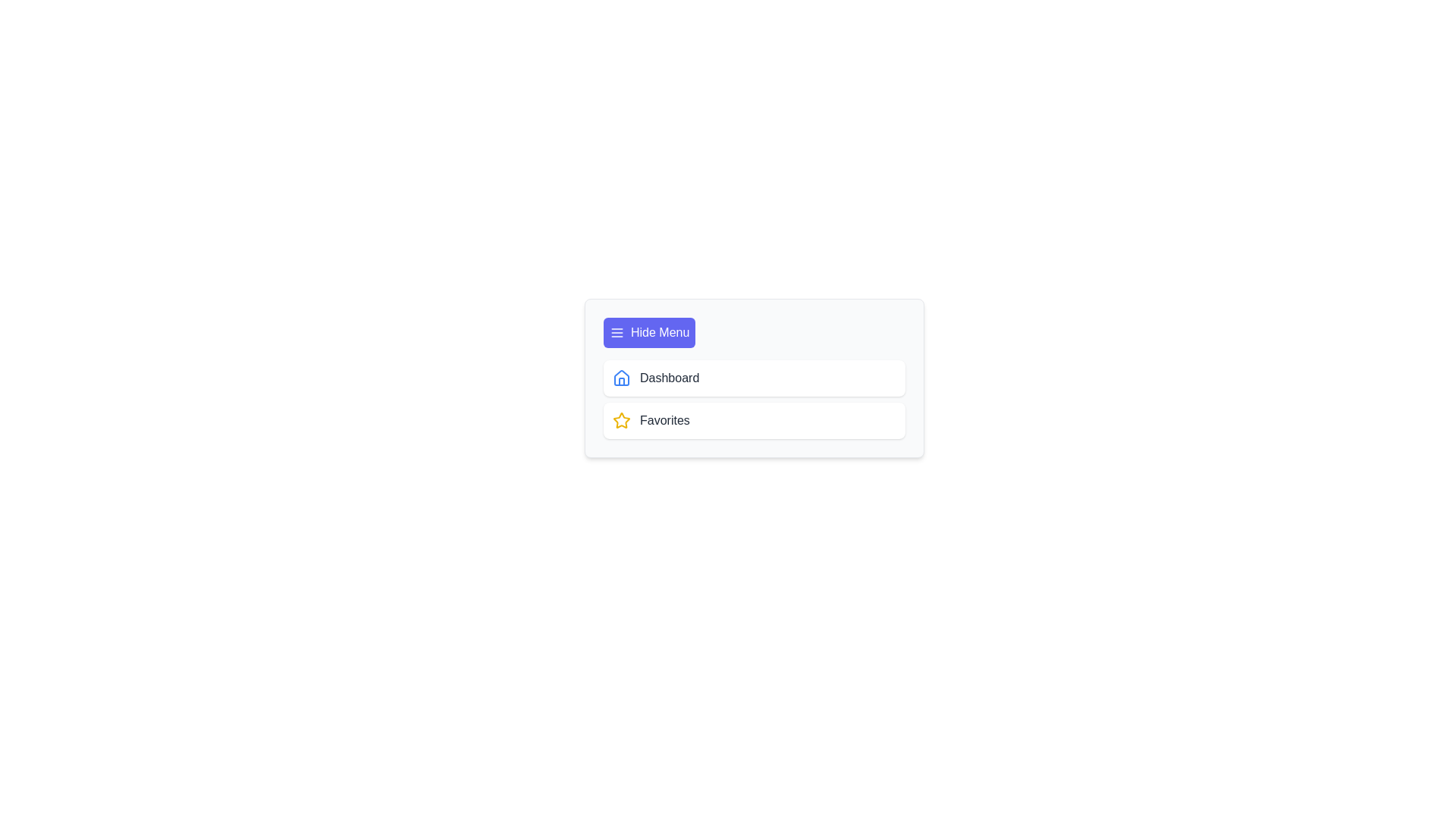 This screenshot has height=819, width=1456. What do you see at coordinates (754, 421) in the screenshot?
I see `the menu item Favorites` at bounding box center [754, 421].